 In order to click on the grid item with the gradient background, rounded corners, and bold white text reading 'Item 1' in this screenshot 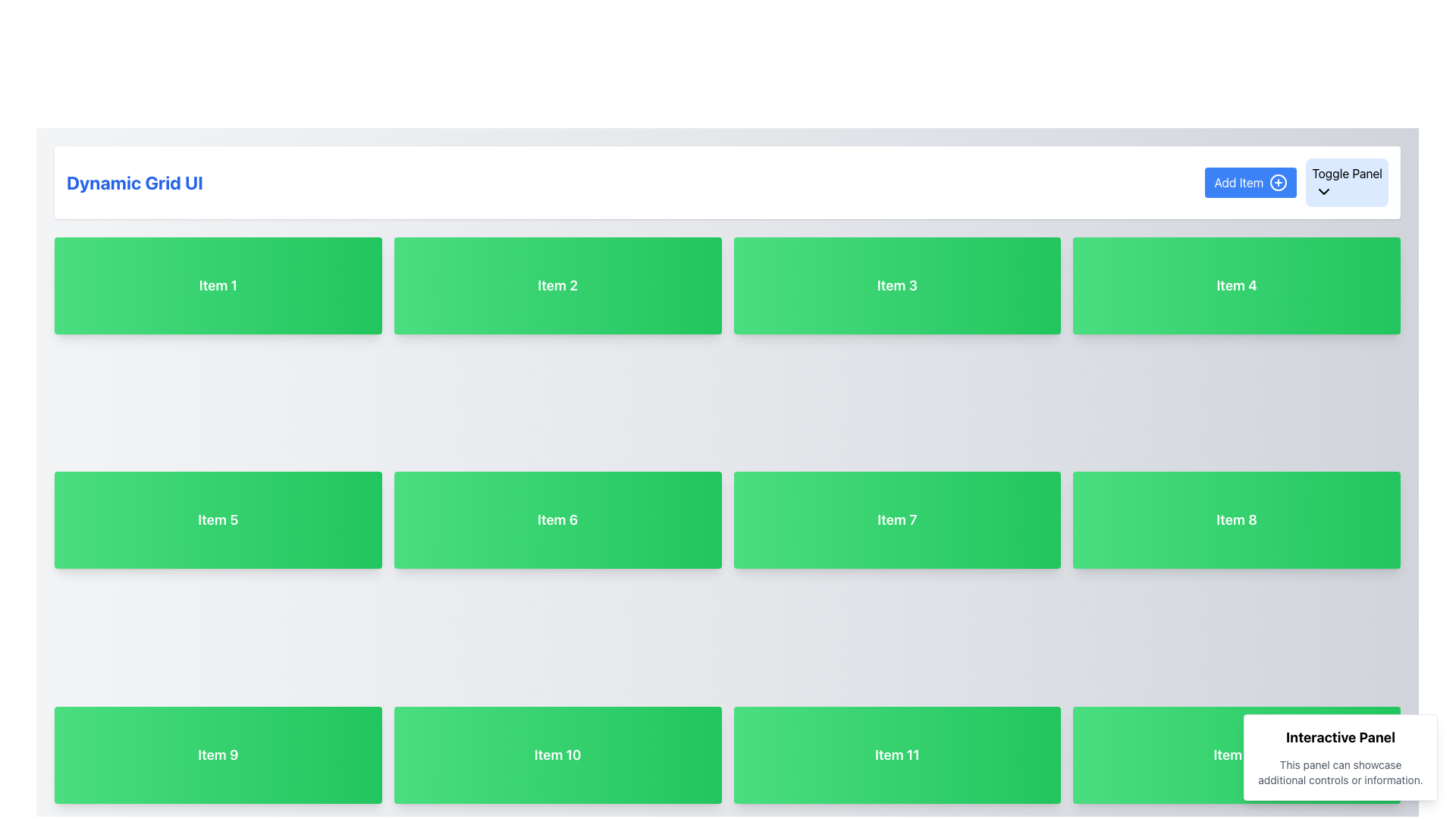, I will do `click(217, 286)`.